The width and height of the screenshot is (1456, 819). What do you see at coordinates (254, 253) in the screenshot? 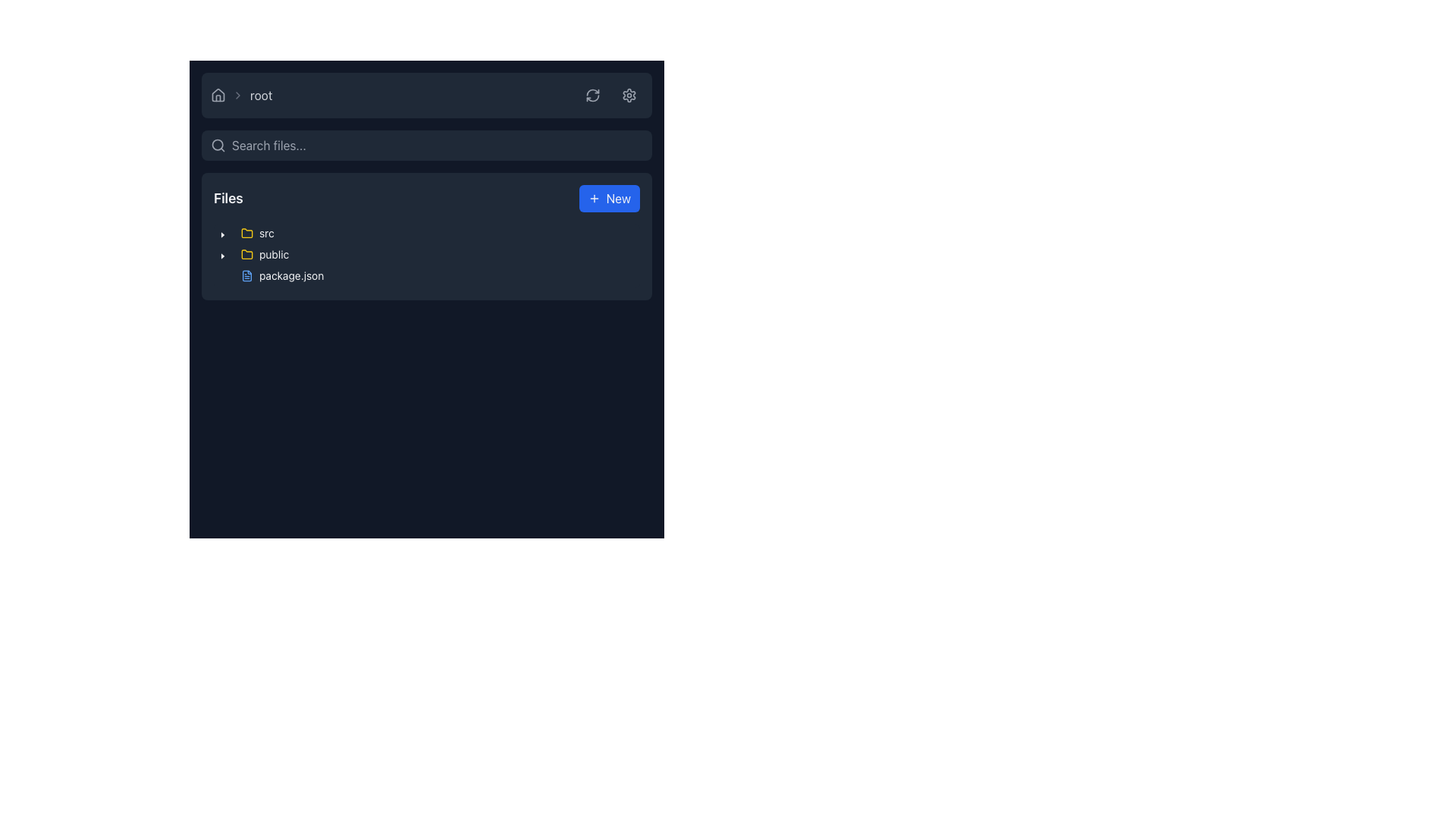
I see `the caret of the 'public' folder in the TreeViewItem` at bounding box center [254, 253].